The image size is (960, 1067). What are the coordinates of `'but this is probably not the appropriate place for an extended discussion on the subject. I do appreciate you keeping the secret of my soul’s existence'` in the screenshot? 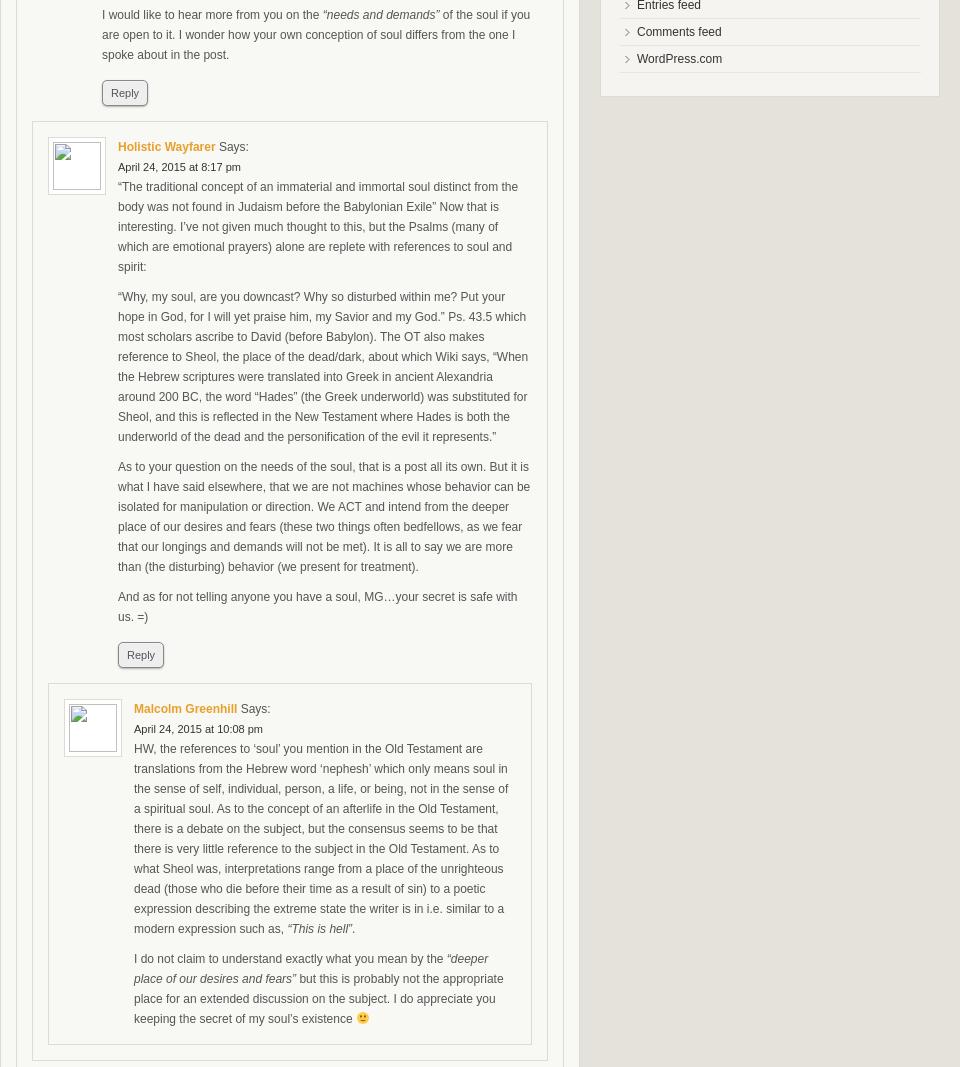 It's located at (133, 999).